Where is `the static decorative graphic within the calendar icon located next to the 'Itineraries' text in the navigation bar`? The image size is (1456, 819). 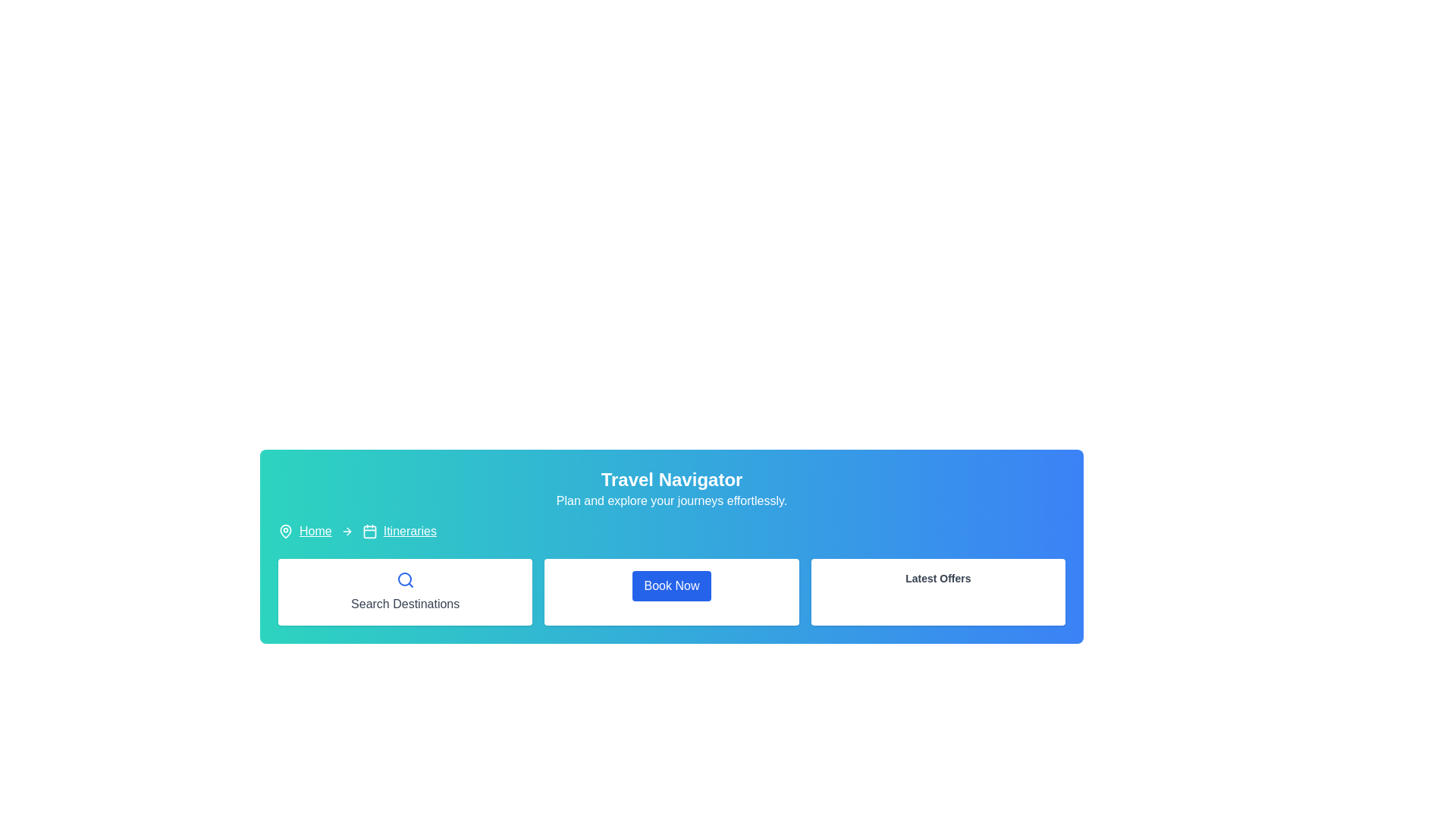 the static decorative graphic within the calendar icon located next to the 'Itineraries' text in the navigation bar is located at coordinates (369, 531).